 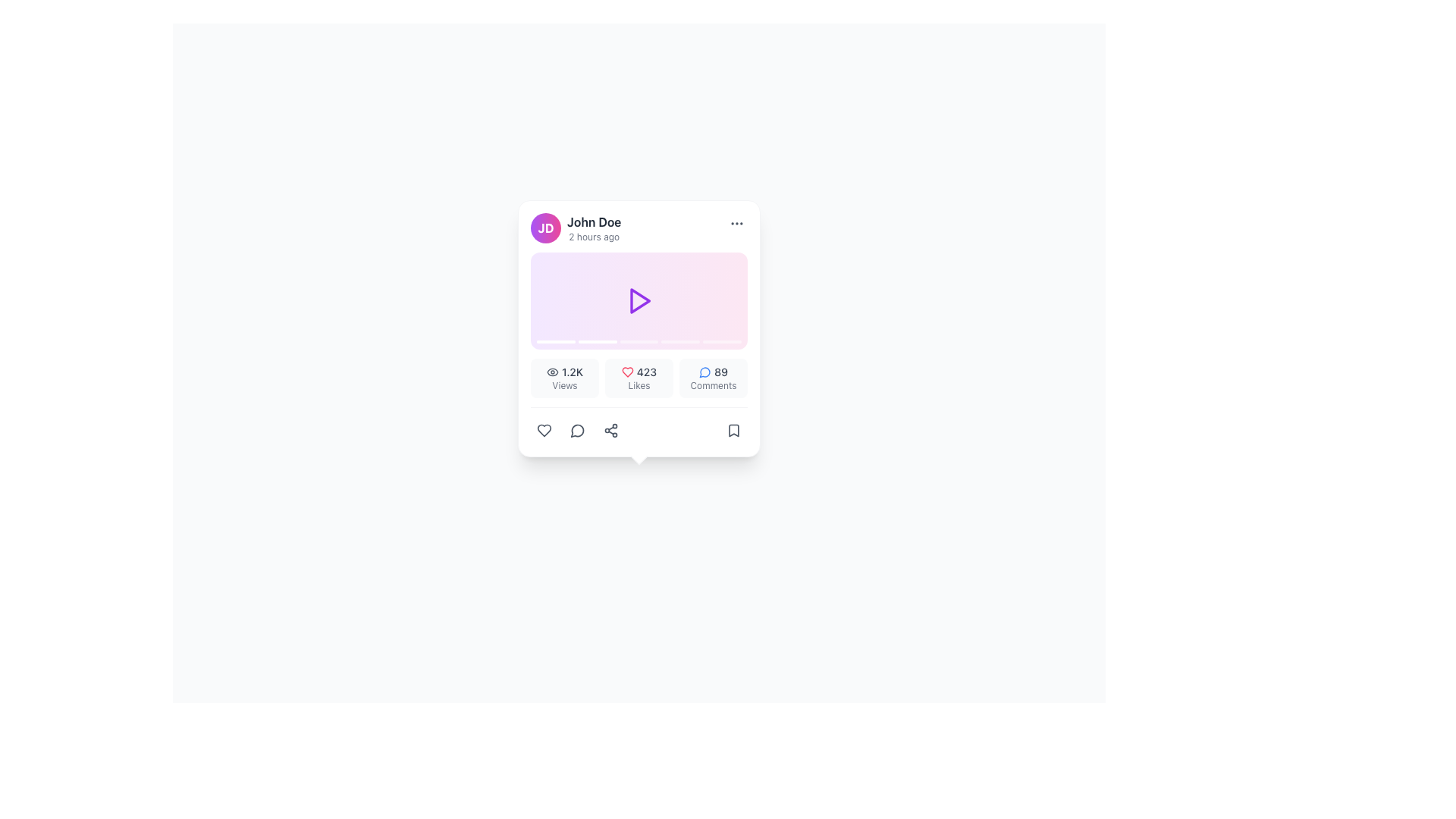 What do you see at coordinates (712, 372) in the screenshot?
I see `the text element displaying '89' in gray color, located in the 'Comments' section` at bounding box center [712, 372].